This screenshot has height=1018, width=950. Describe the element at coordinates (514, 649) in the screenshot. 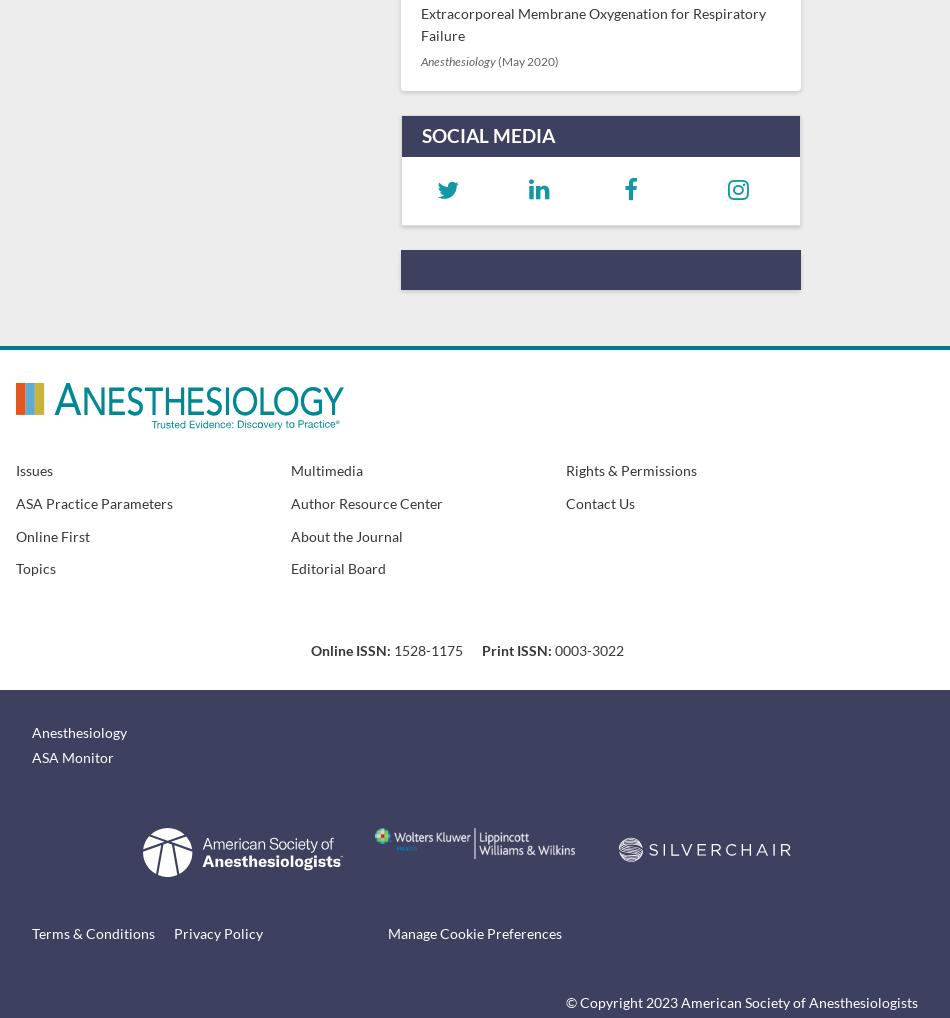

I see `'Print ISSN'` at that location.